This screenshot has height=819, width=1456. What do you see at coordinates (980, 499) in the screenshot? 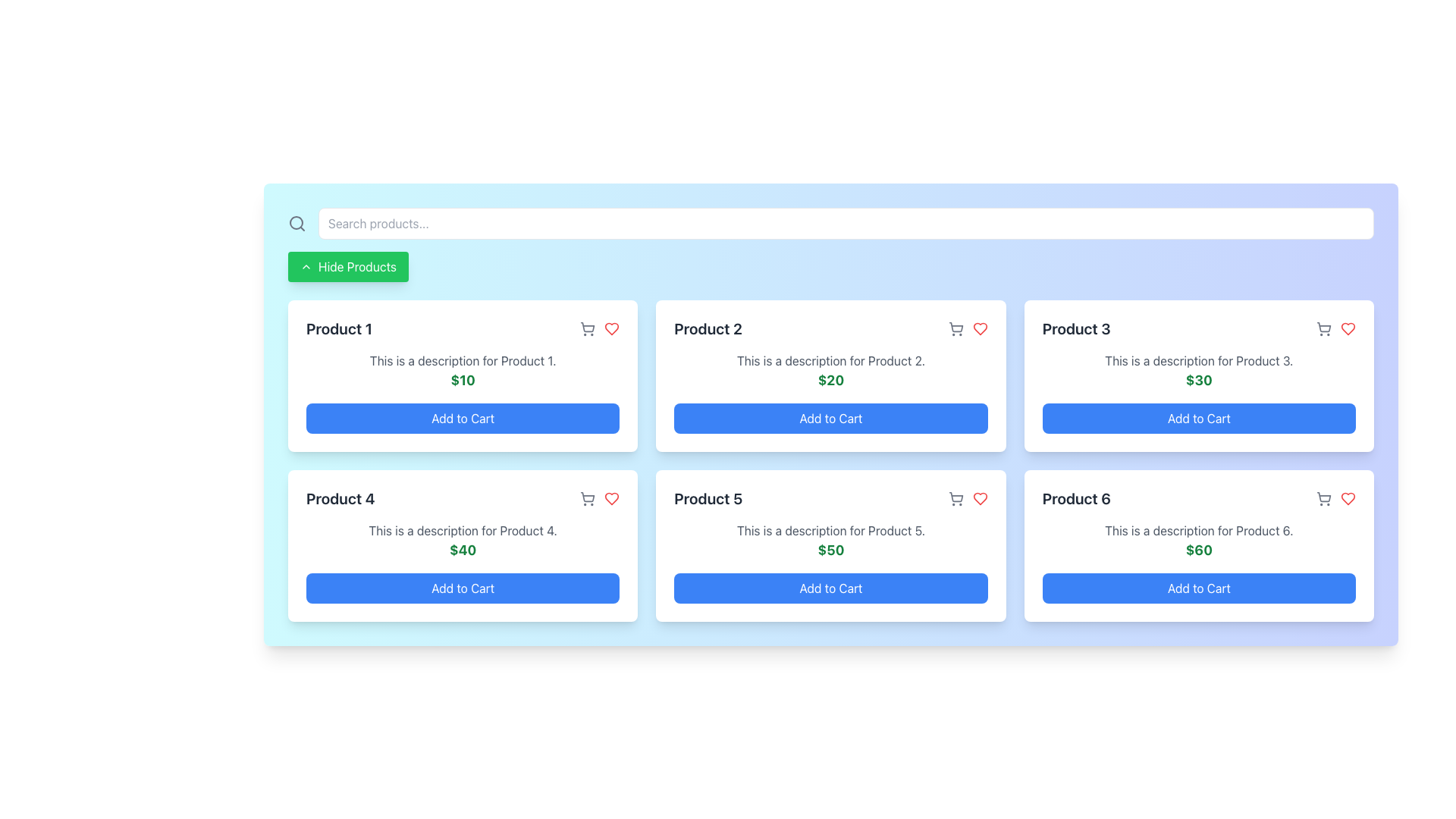
I see `the 'favorite' toggle button located in the upper-right corner of the 'Product 5' card` at bounding box center [980, 499].